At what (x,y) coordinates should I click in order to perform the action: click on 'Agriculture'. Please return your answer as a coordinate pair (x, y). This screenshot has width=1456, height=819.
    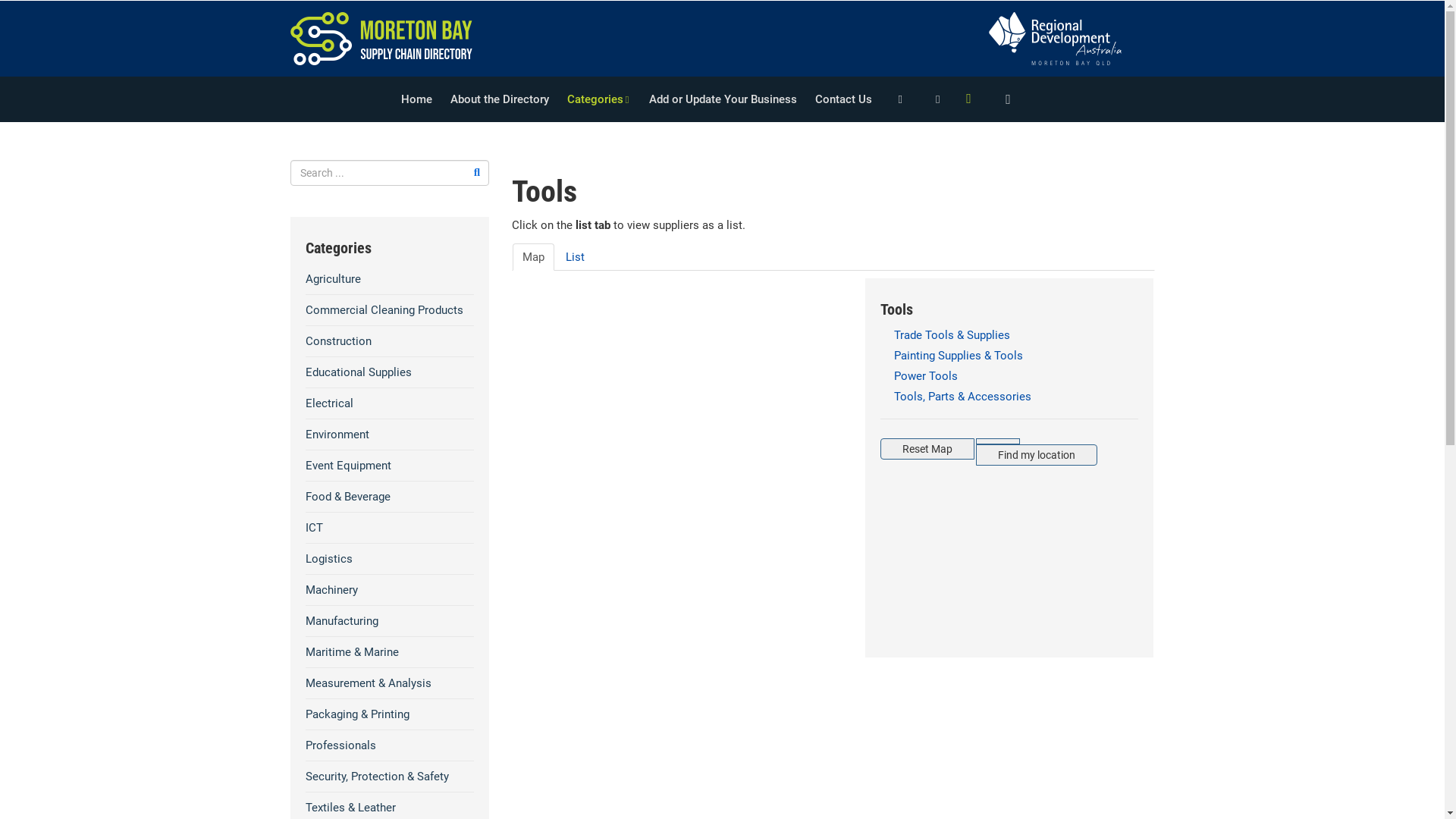
    Looking at the image, I should click on (389, 278).